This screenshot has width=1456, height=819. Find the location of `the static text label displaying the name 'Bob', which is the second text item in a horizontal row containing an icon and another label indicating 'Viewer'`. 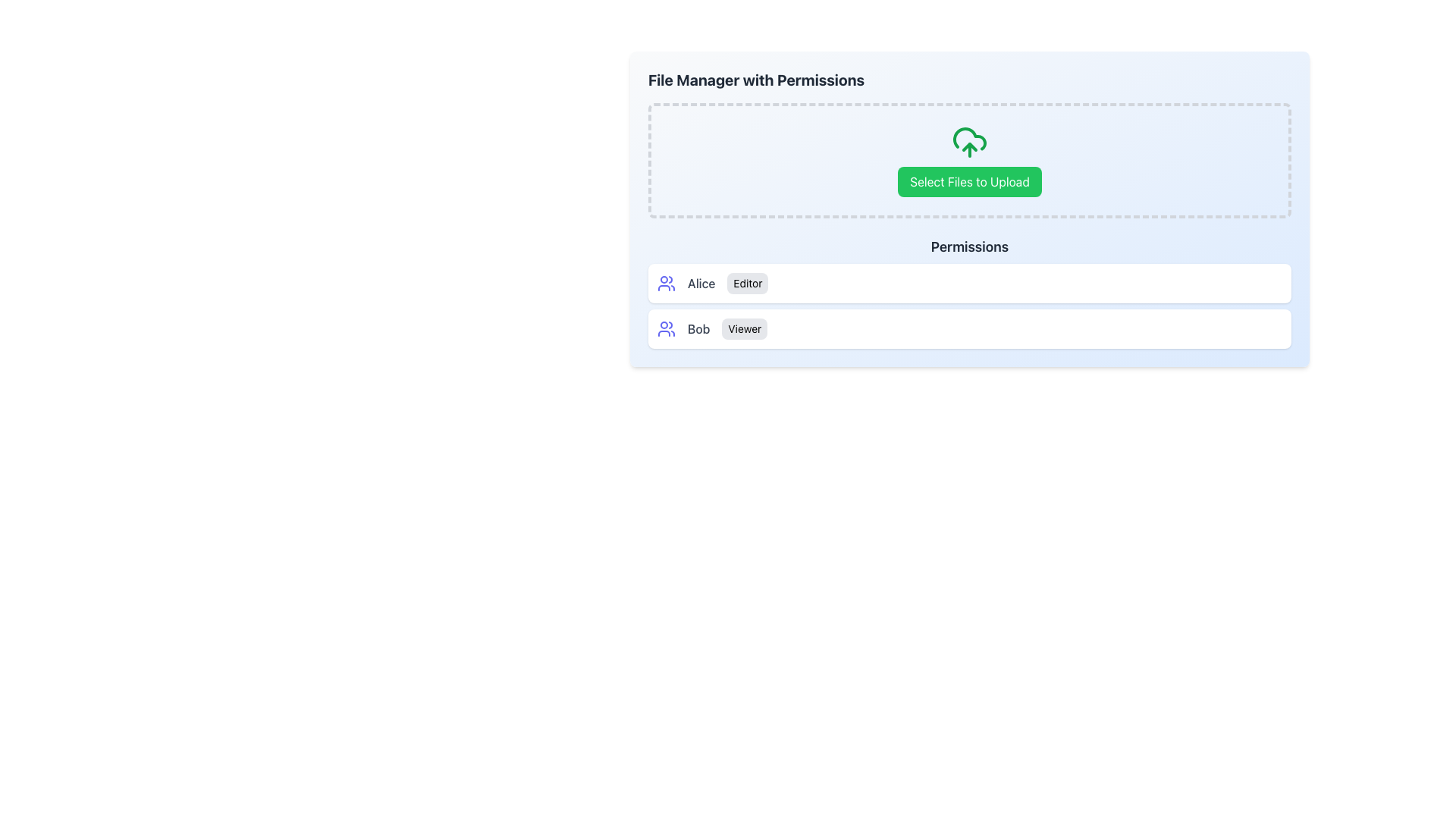

the static text label displaying the name 'Bob', which is the second text item in a horizontal row containing an icon and another label indicating 'Viewer' is located at coordinates (698, 328).